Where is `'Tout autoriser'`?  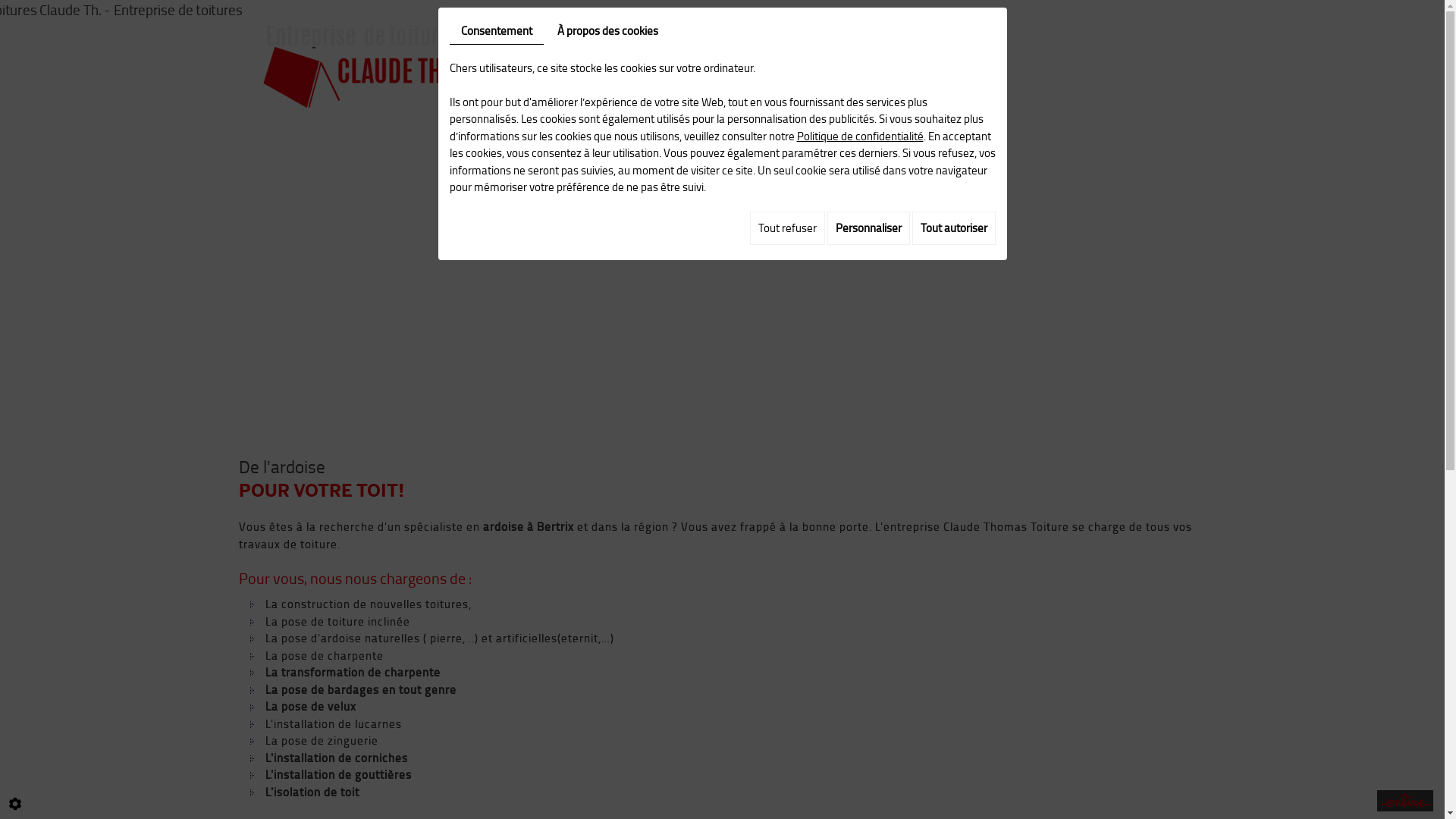 'Tout autoriser' is located at coordinates (952, 227).